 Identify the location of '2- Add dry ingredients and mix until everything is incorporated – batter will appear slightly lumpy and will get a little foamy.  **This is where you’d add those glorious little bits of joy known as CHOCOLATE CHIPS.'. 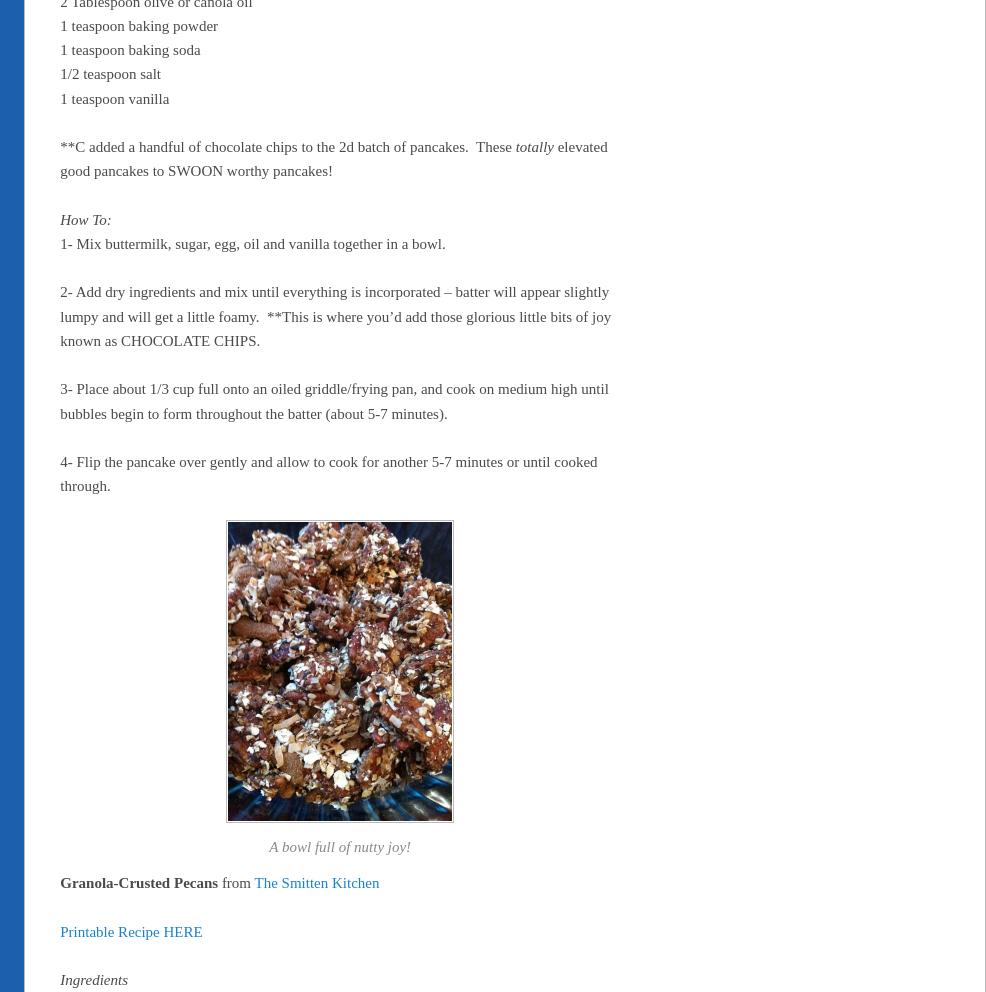
(334, 315).